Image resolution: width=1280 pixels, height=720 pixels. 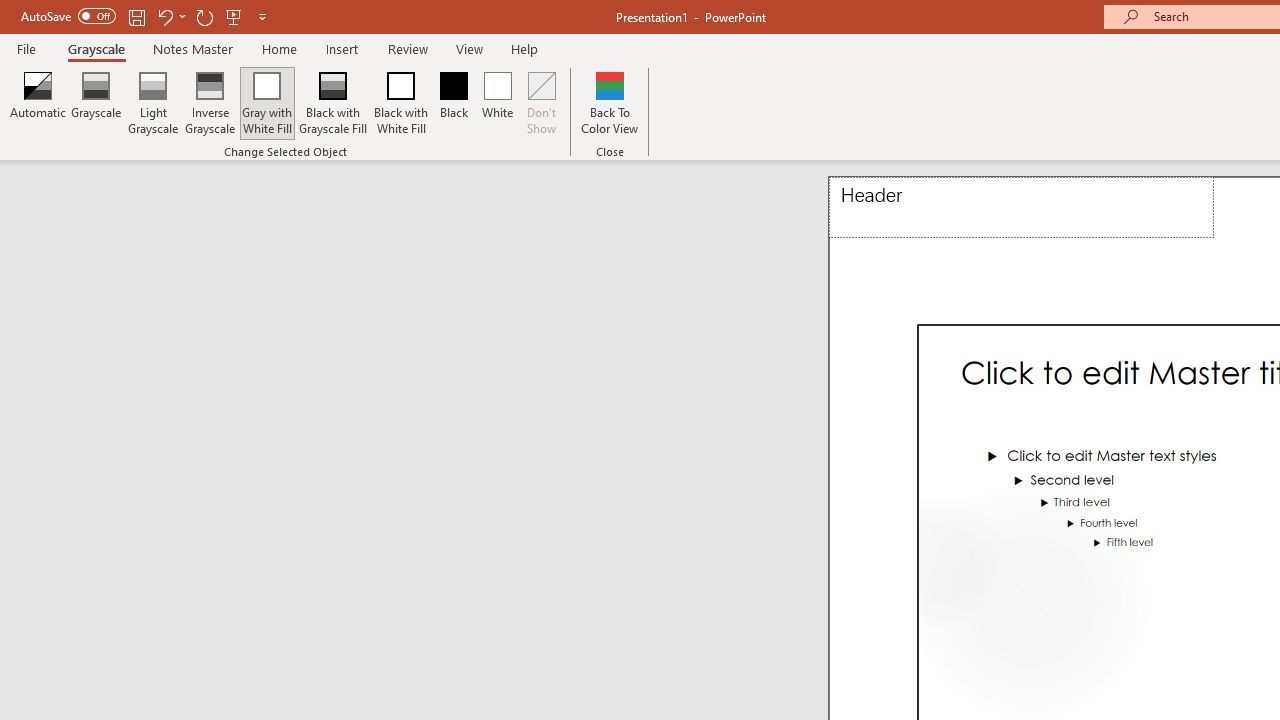 I want to click on 'Light Grayscale', so click(x=151, y=103).